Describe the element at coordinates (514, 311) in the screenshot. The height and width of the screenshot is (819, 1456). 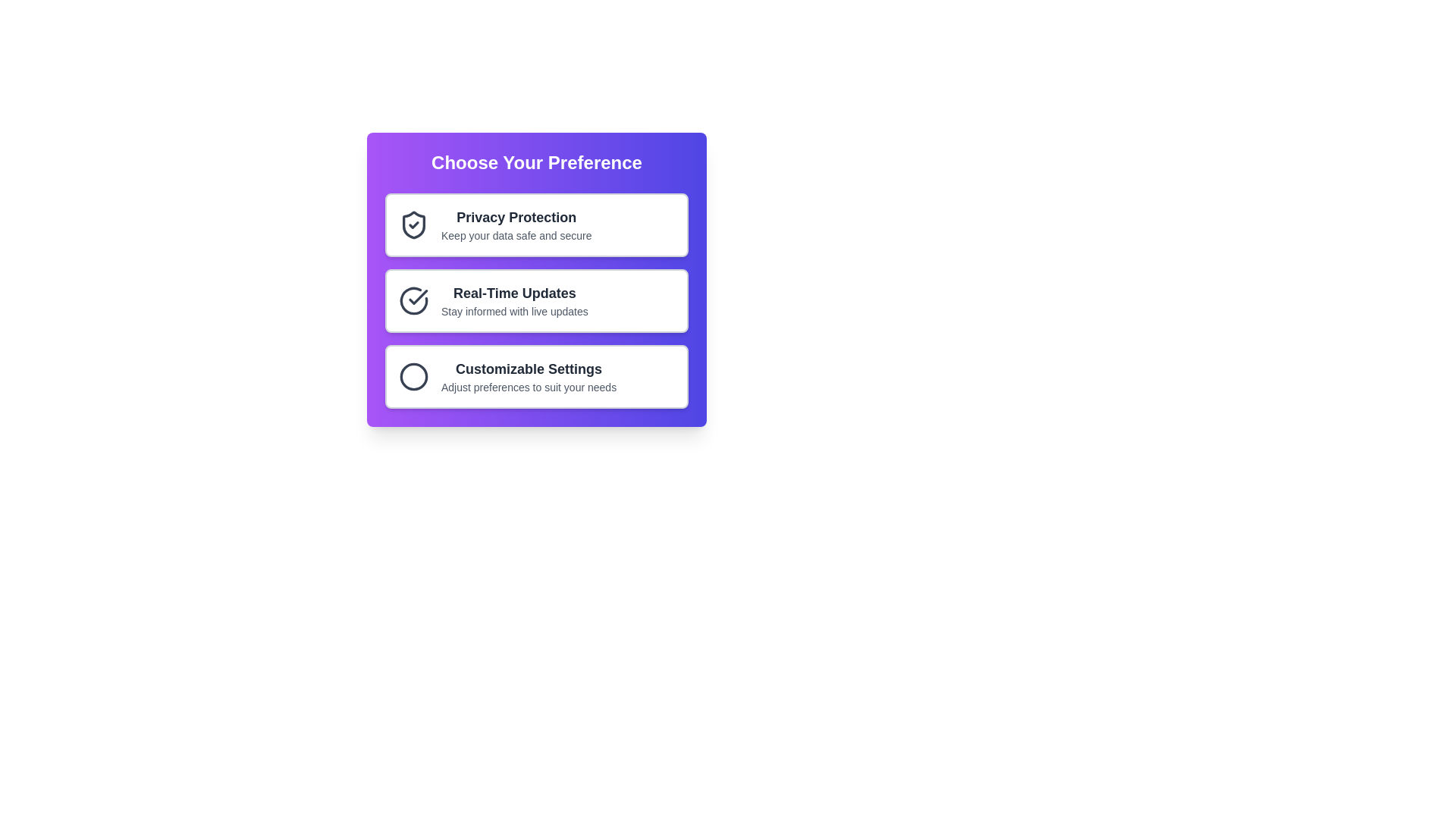
I see `text element that says 'Stay informed with live updates', which is styled in a smaller soft gray font and located directly below the bold heading 'Real-Time Updates'` at that location.